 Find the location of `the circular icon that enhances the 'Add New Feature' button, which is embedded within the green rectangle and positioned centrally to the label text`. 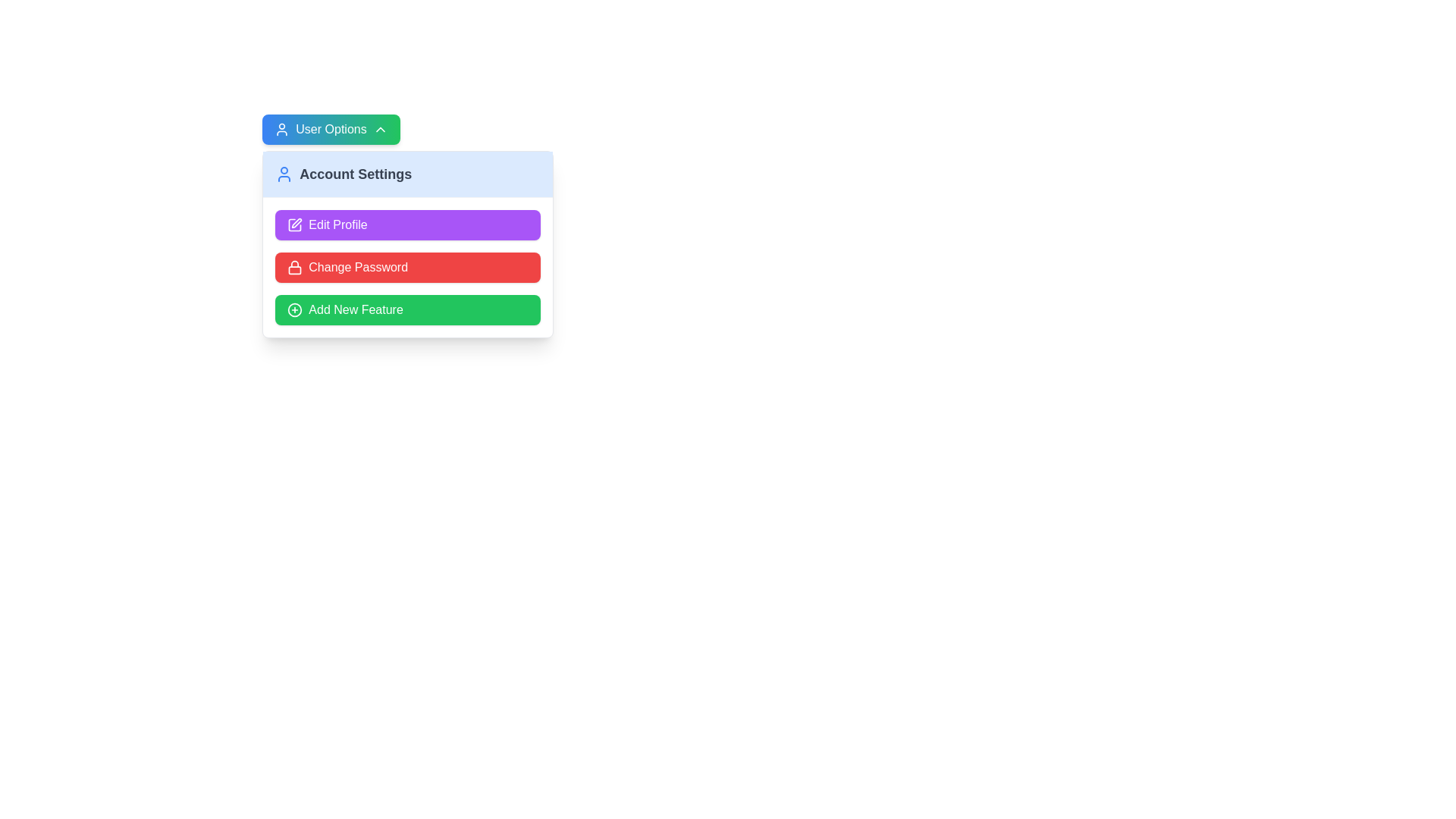

the circular icon that enhances the 'Add New Feature' button, which is embedded within the green rectangle and positioned centrally to the label text is located at coordinates (295, 309).